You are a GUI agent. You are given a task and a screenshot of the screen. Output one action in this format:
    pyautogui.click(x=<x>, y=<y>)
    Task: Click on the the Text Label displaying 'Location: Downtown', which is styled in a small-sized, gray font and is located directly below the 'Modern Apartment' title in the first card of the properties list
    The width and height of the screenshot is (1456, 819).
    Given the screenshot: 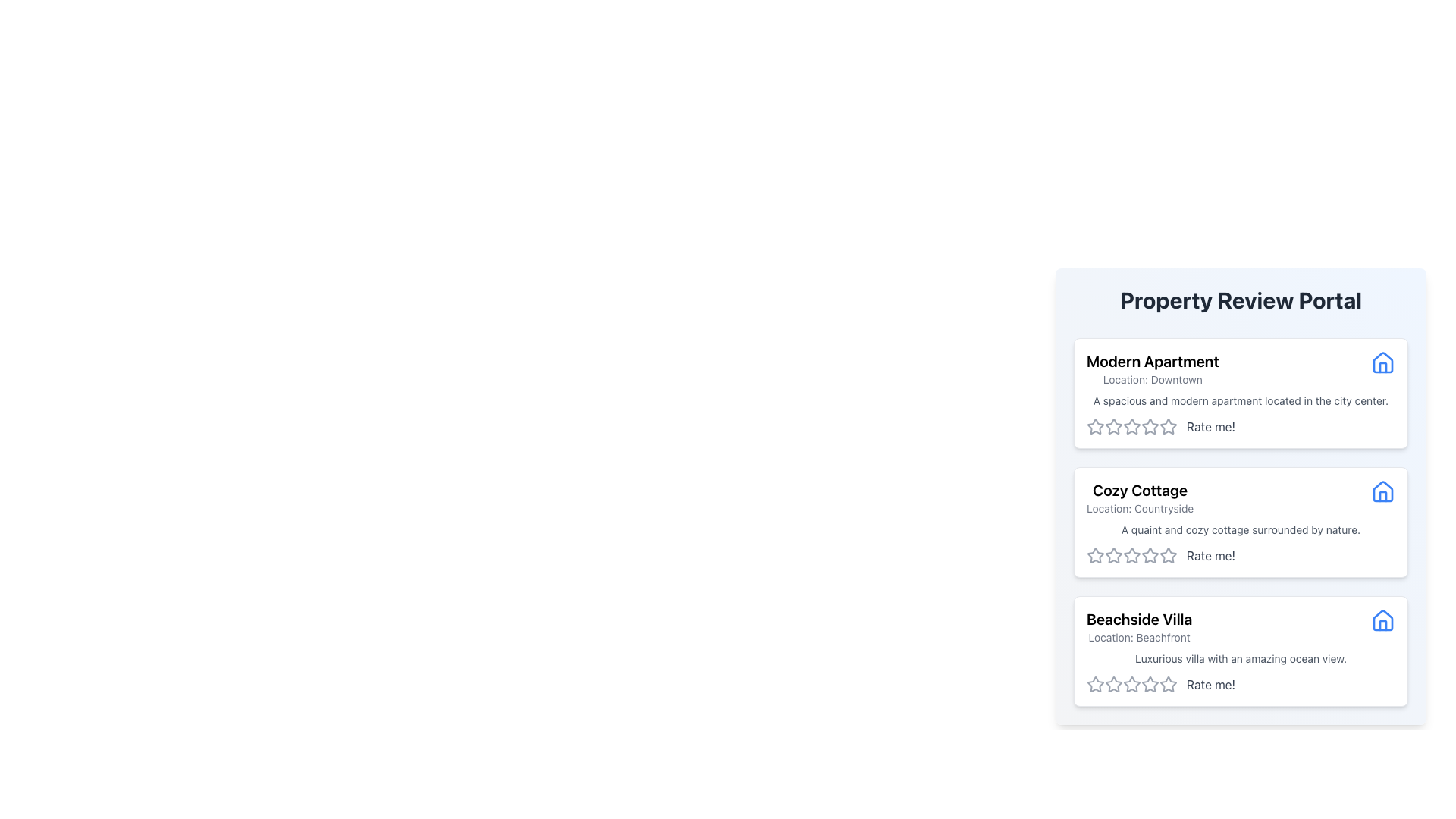 What is the action you would take?
    pyautogui.click(x=1153, y=379)
    